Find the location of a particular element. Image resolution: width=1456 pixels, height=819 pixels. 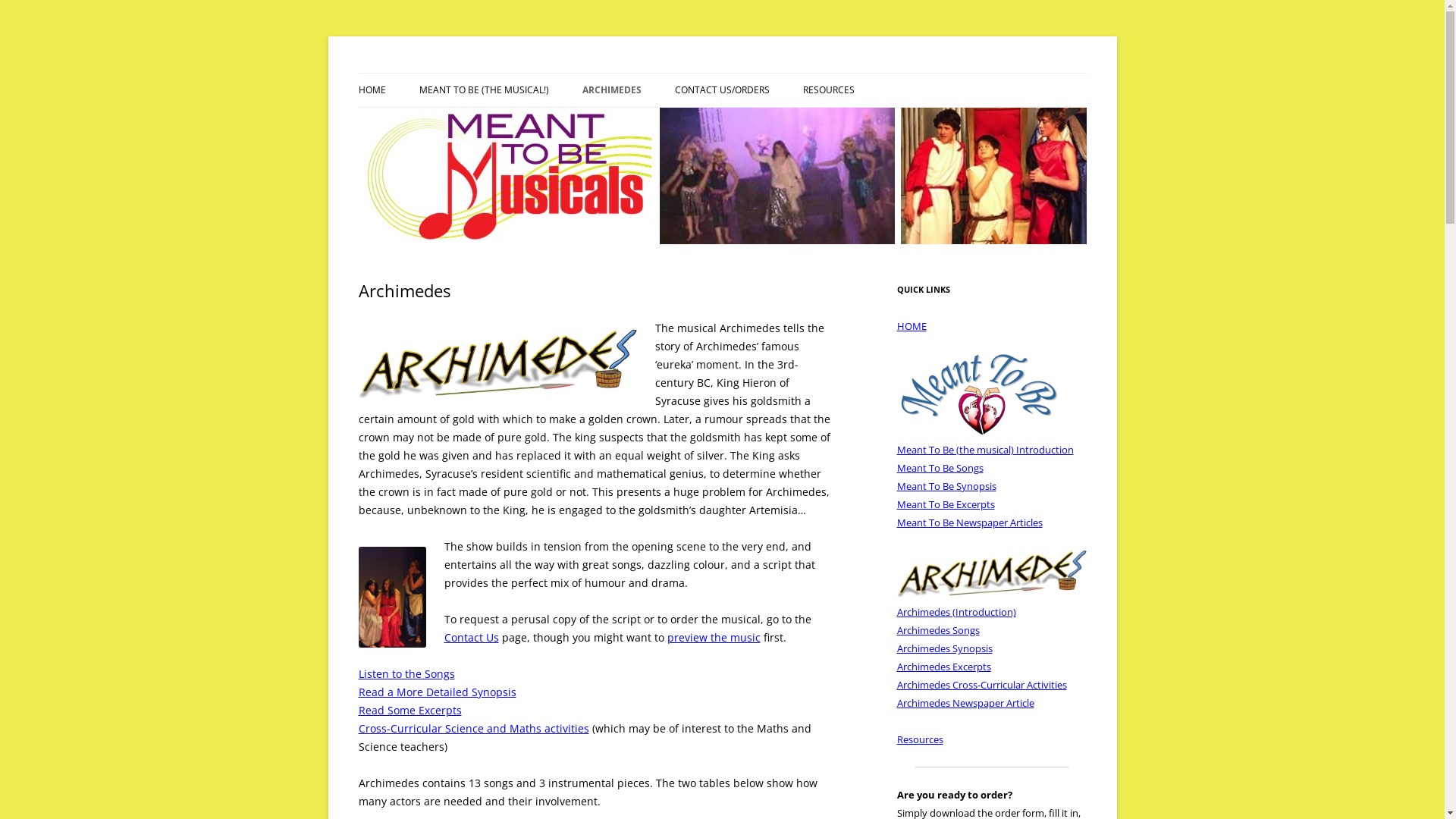

'Meant To Be (the musical) Introduction' is located at coordinates (984, 449).